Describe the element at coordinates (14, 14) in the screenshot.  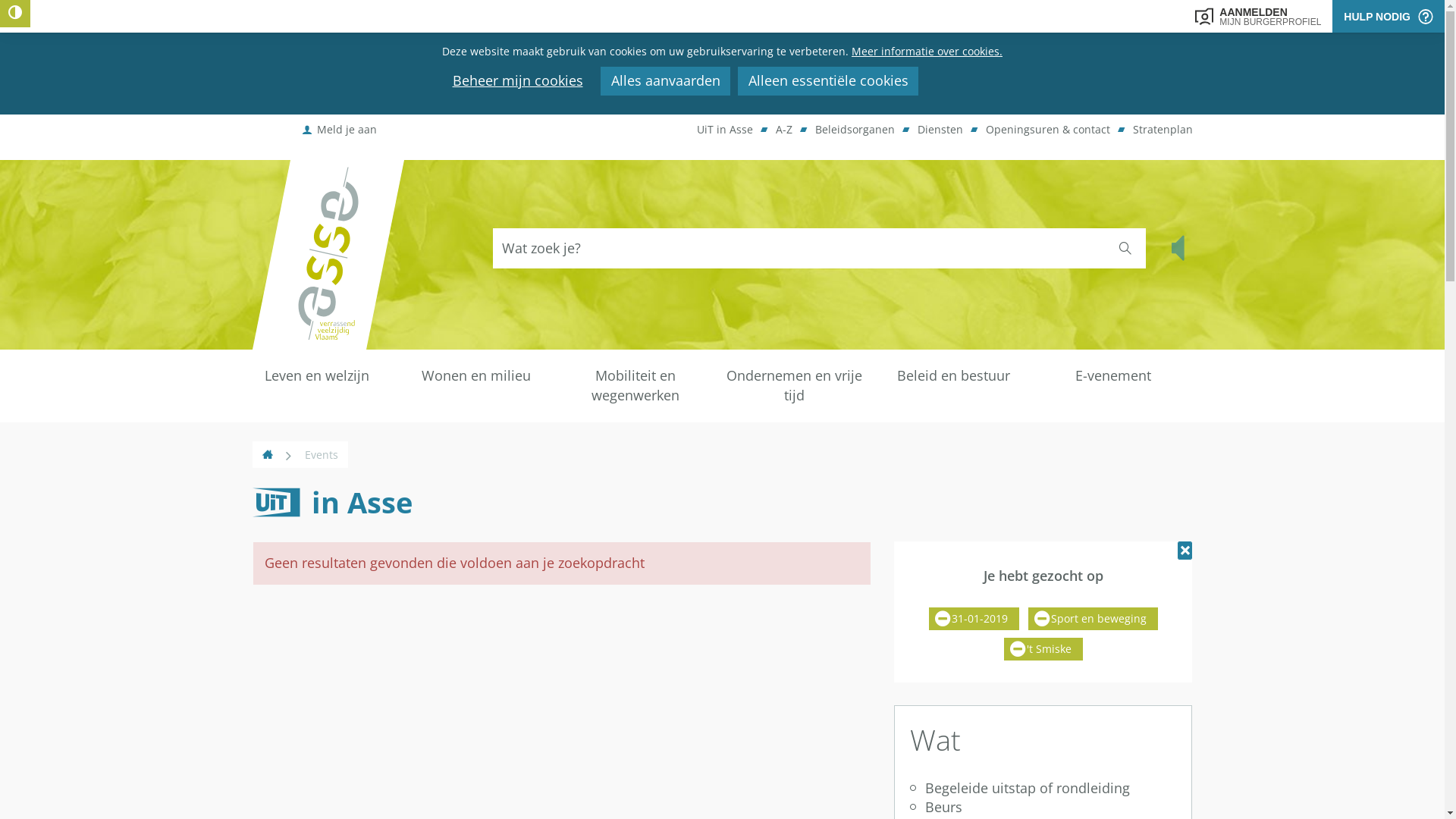
I see `'Hoog contrast'` at that location.